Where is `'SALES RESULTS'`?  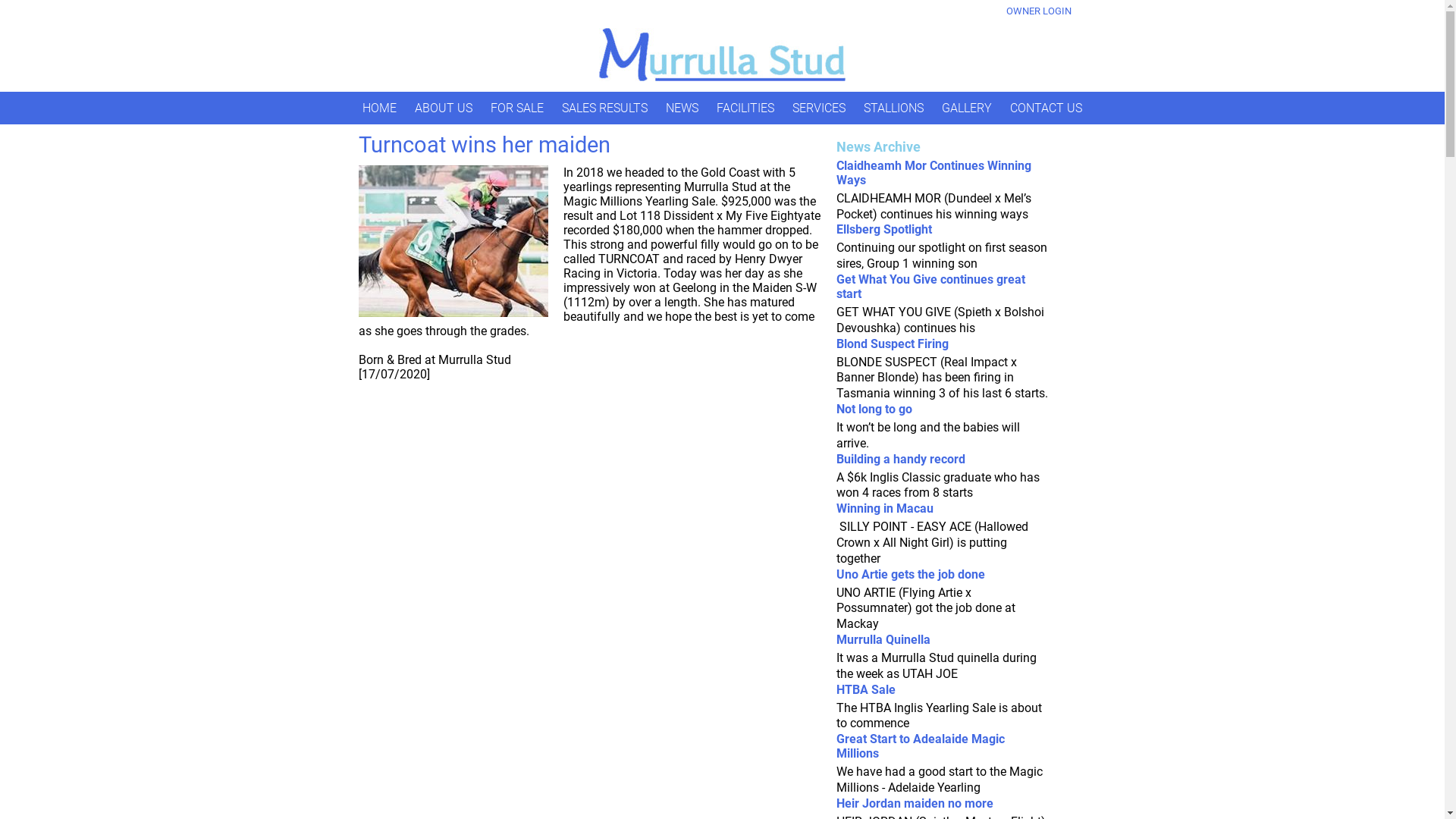
'SALES RESULTS' is located at coordinates (608, 107).